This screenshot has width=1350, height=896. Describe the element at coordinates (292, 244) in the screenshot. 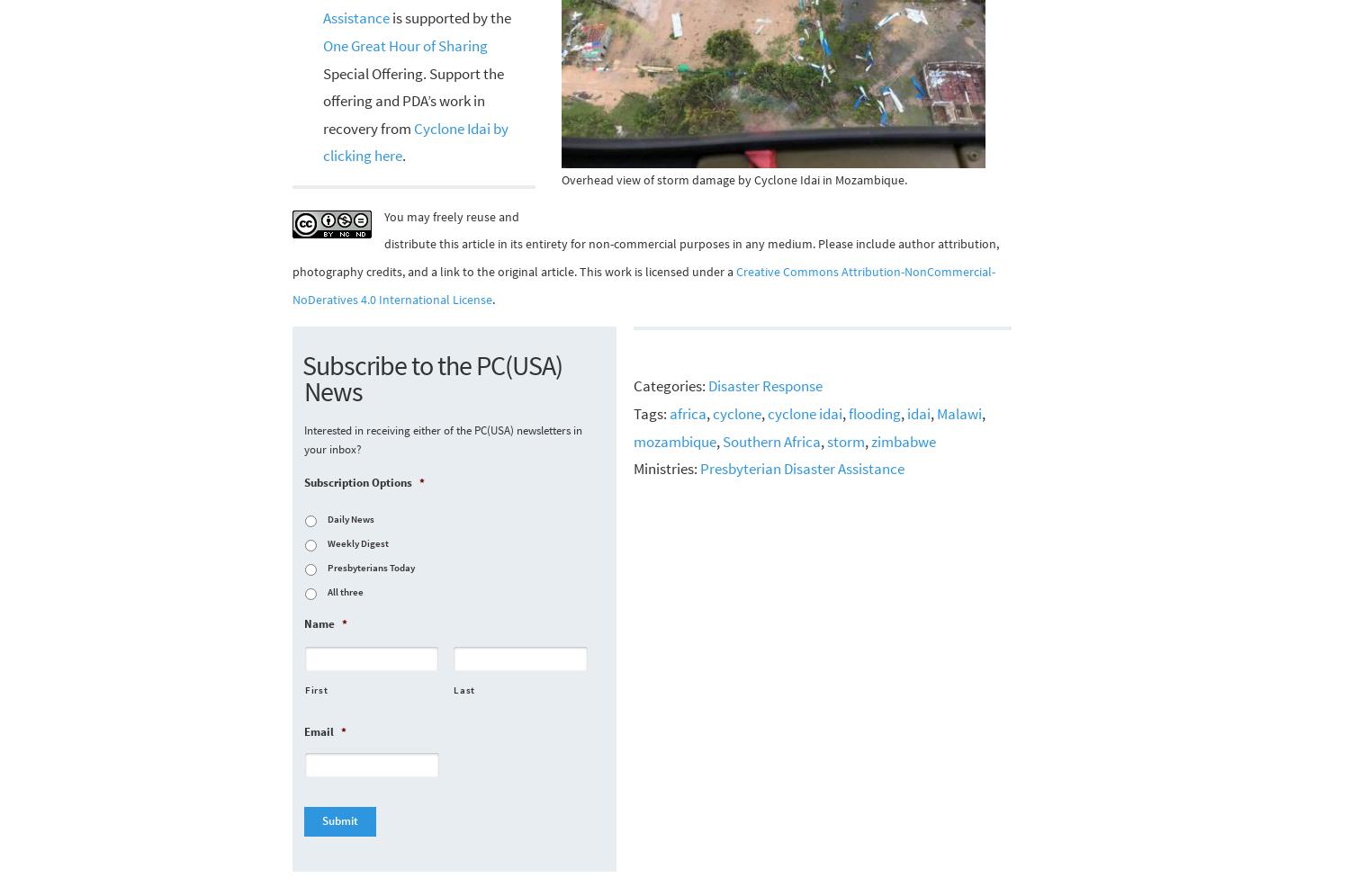

I see `'You may freely reuse and distribute this article in its entirety for non-commercial purposes in any medium. Please include author attribution, photography credits, and a link to the original article. This work is licensed under a'` at that location.